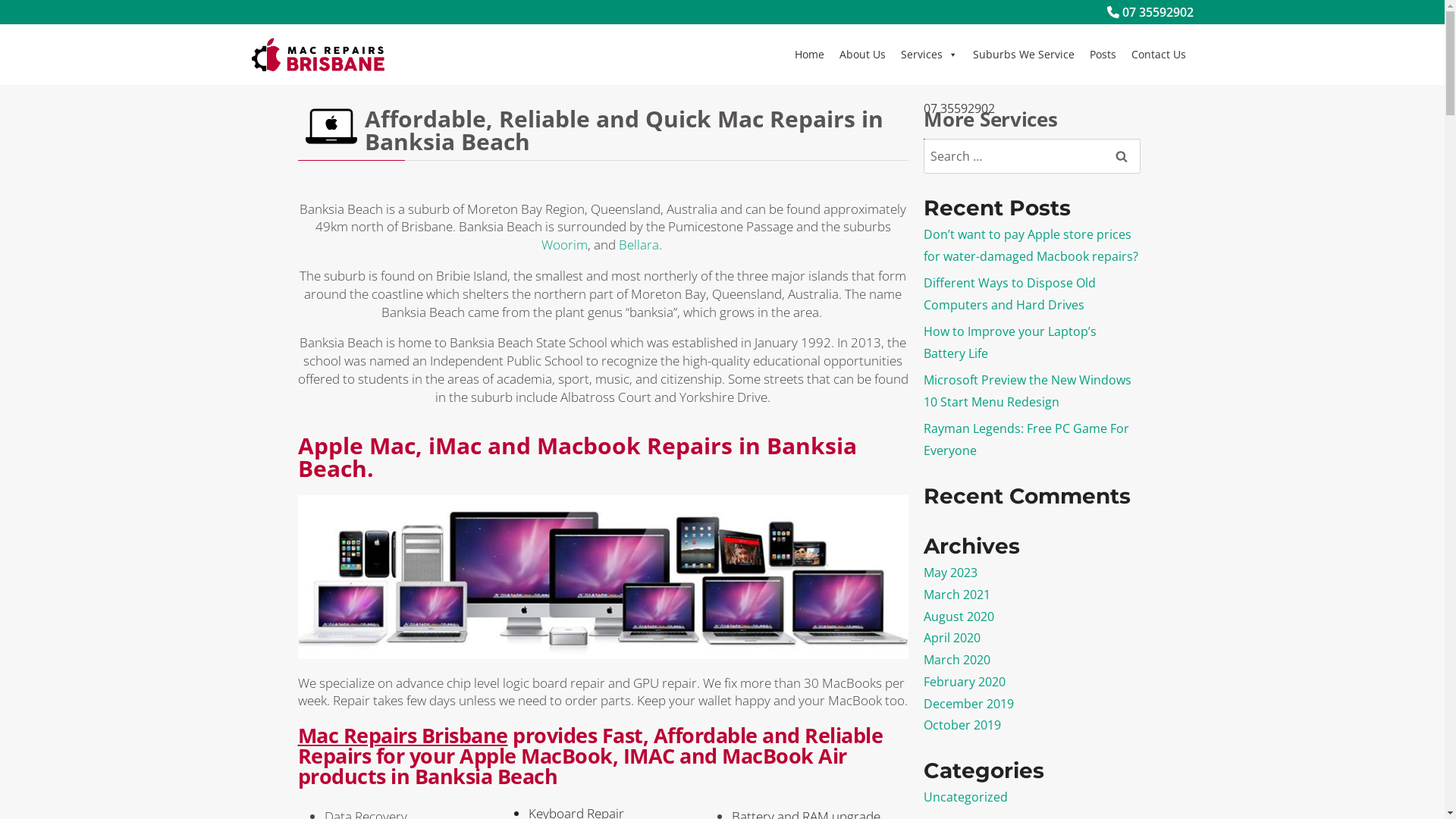 This screenshot has height=819, width=1456. I want to click on 'Rayman Legends: Free PC Game For Everyone', so click(1026, 439).